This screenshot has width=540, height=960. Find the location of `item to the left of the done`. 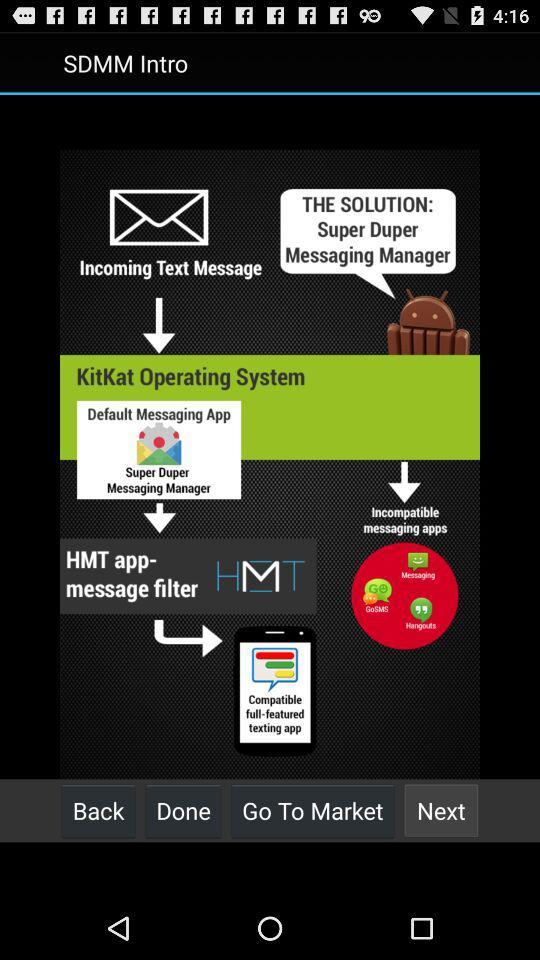

item to the left of the done is located at coordinates (97, 810).